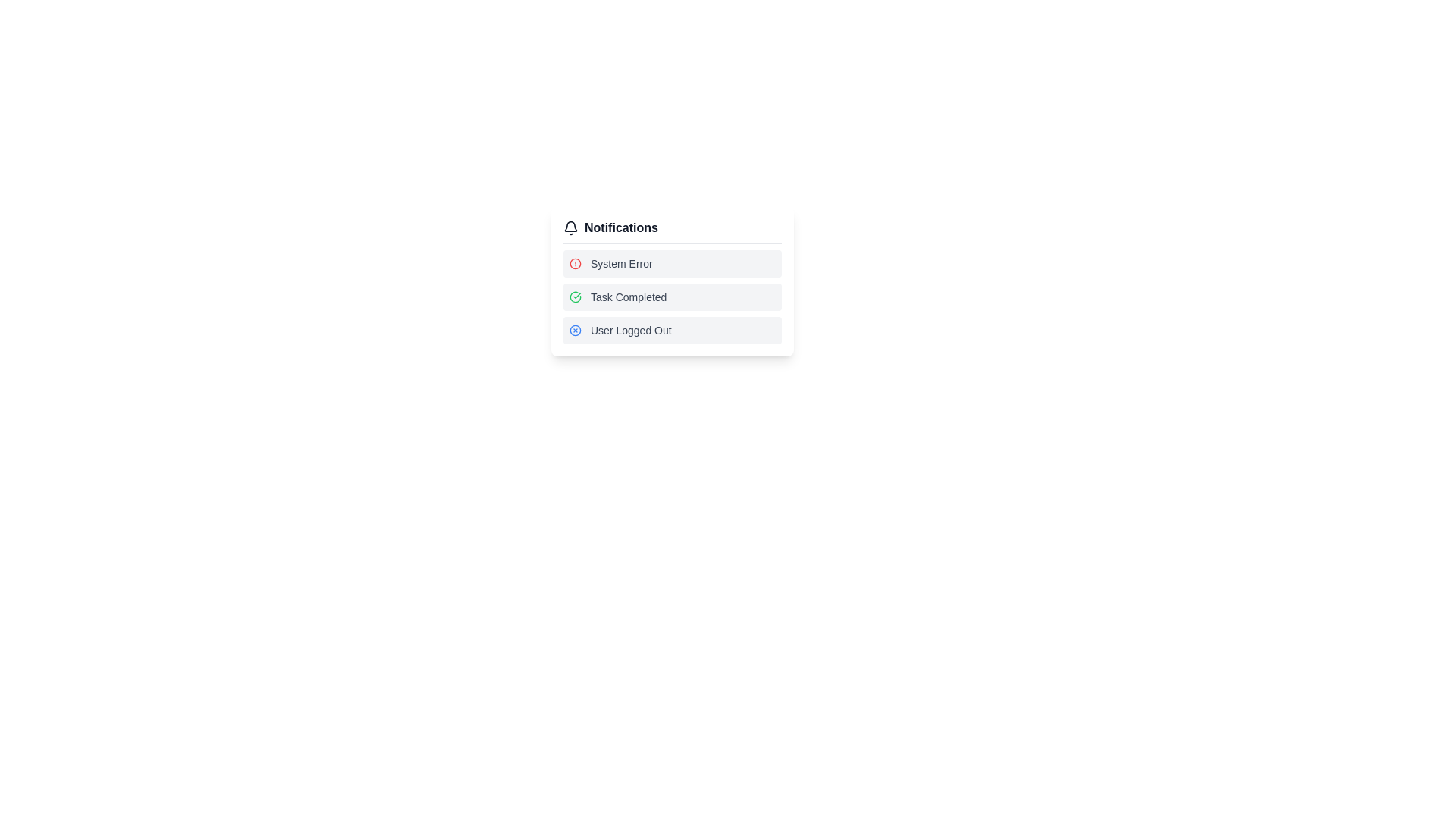 The height and width of the screenshot is (819, 1456). Describe the element at coordinates (672, 329) in the screenshot. I see `the third notification item labeled 'User Logged Out' using keyboard focus` at that location.